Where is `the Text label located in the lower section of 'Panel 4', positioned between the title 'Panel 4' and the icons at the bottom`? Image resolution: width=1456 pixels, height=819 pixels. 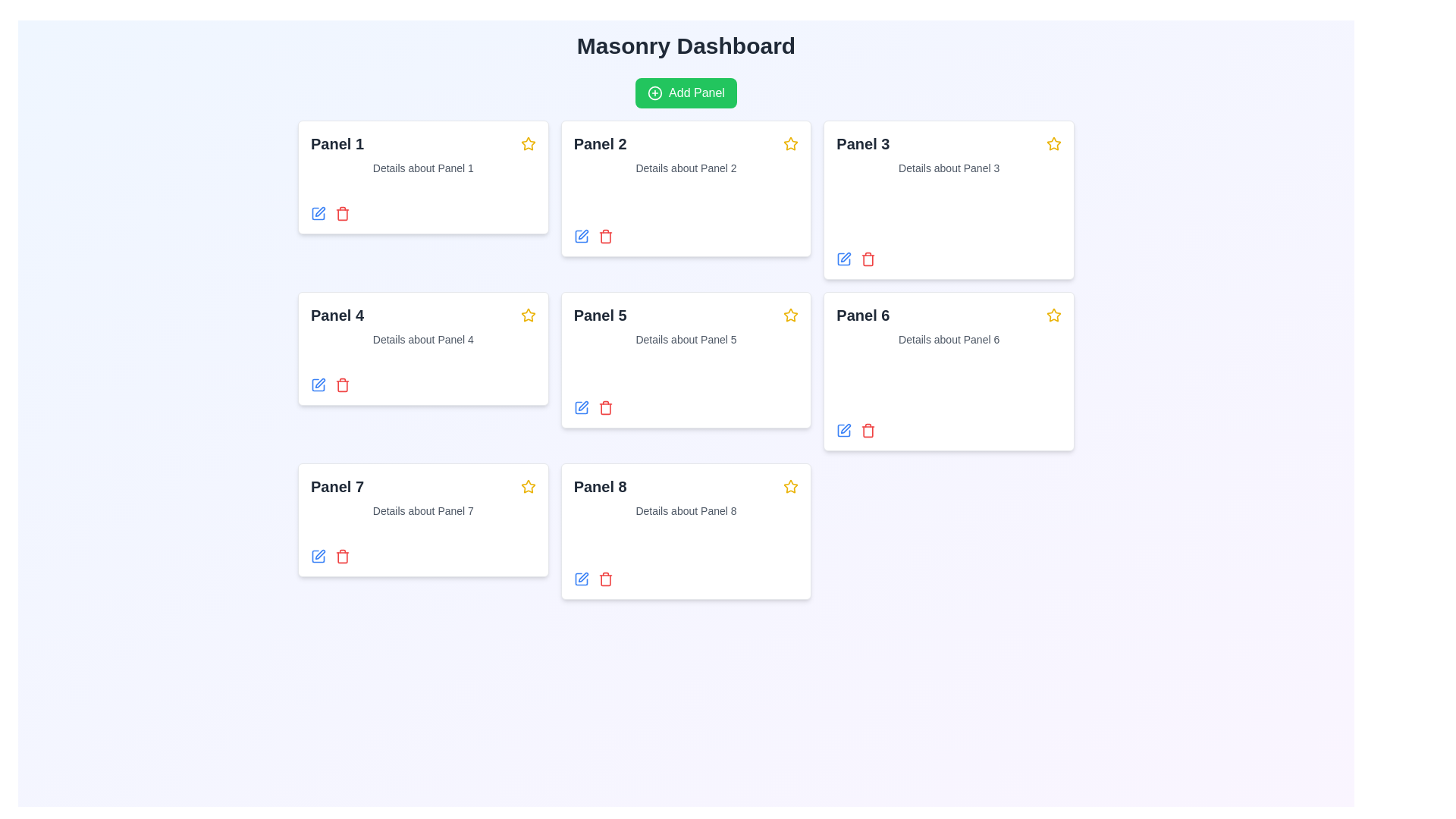 the Text label located in the lower section of 'Panel 4', positioned between the title 'Panel 4' and the icons at the bottom is located at coordinates (423, 338).